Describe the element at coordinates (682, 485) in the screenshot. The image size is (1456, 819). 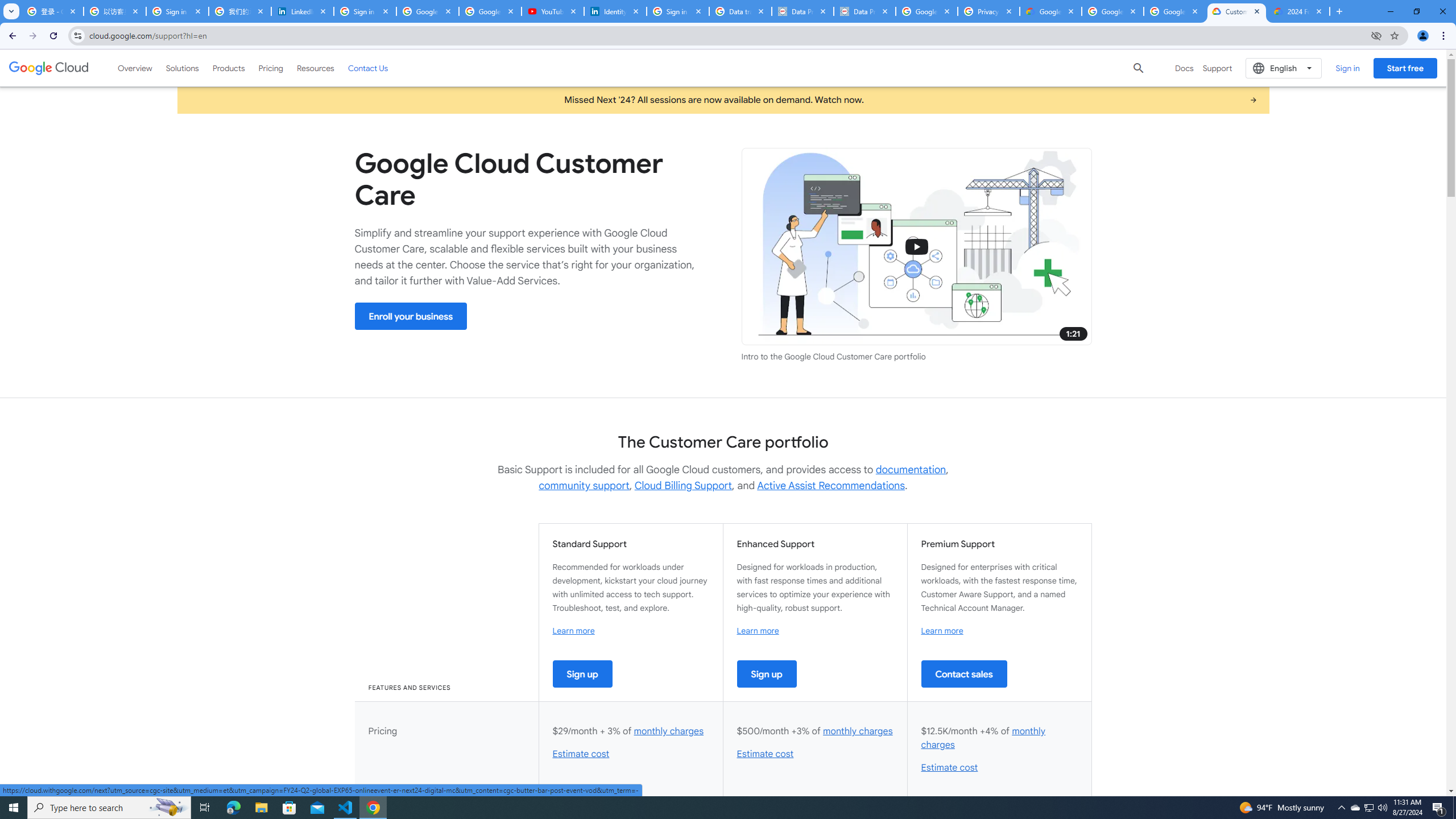
I see `'Cloud Billing Support'` at that location.